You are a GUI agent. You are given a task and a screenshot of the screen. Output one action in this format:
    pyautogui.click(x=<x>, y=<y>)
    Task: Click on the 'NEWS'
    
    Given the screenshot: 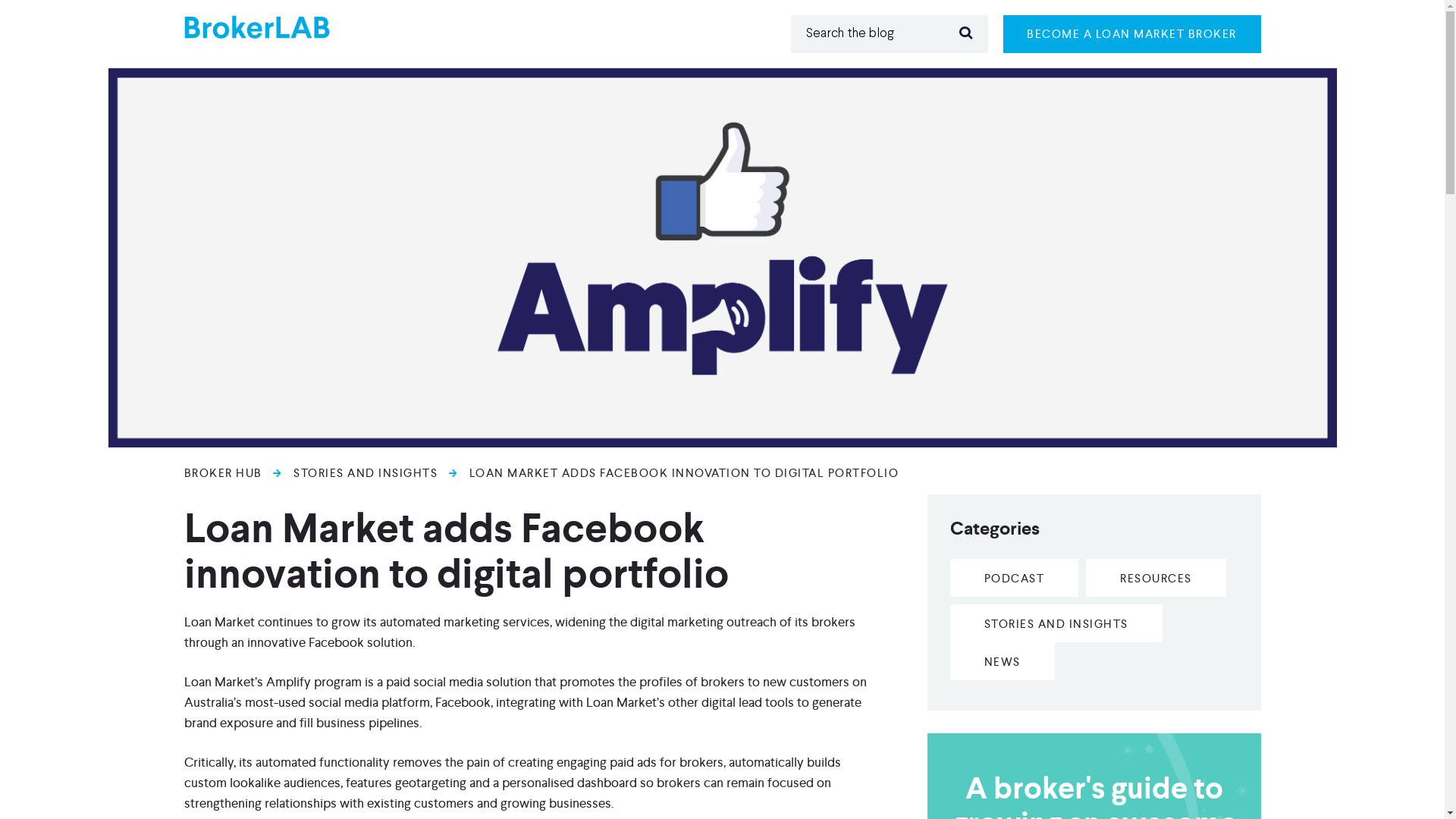 What is the action you would take?
    pyautogui.click(x=1001, y=660)
    